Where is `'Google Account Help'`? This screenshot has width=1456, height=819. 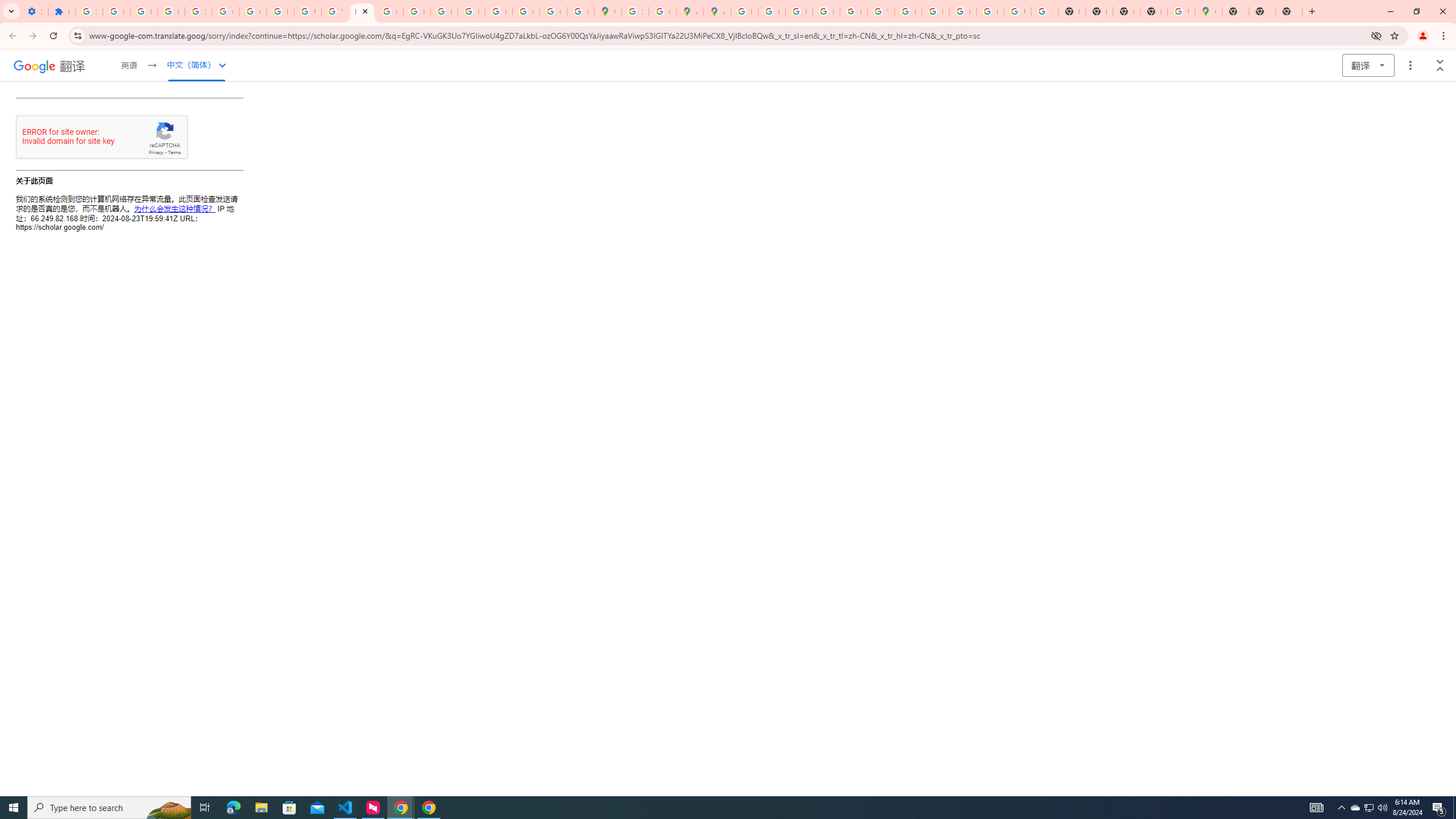 'Google Account Help' is located at coordinates (225, 11).